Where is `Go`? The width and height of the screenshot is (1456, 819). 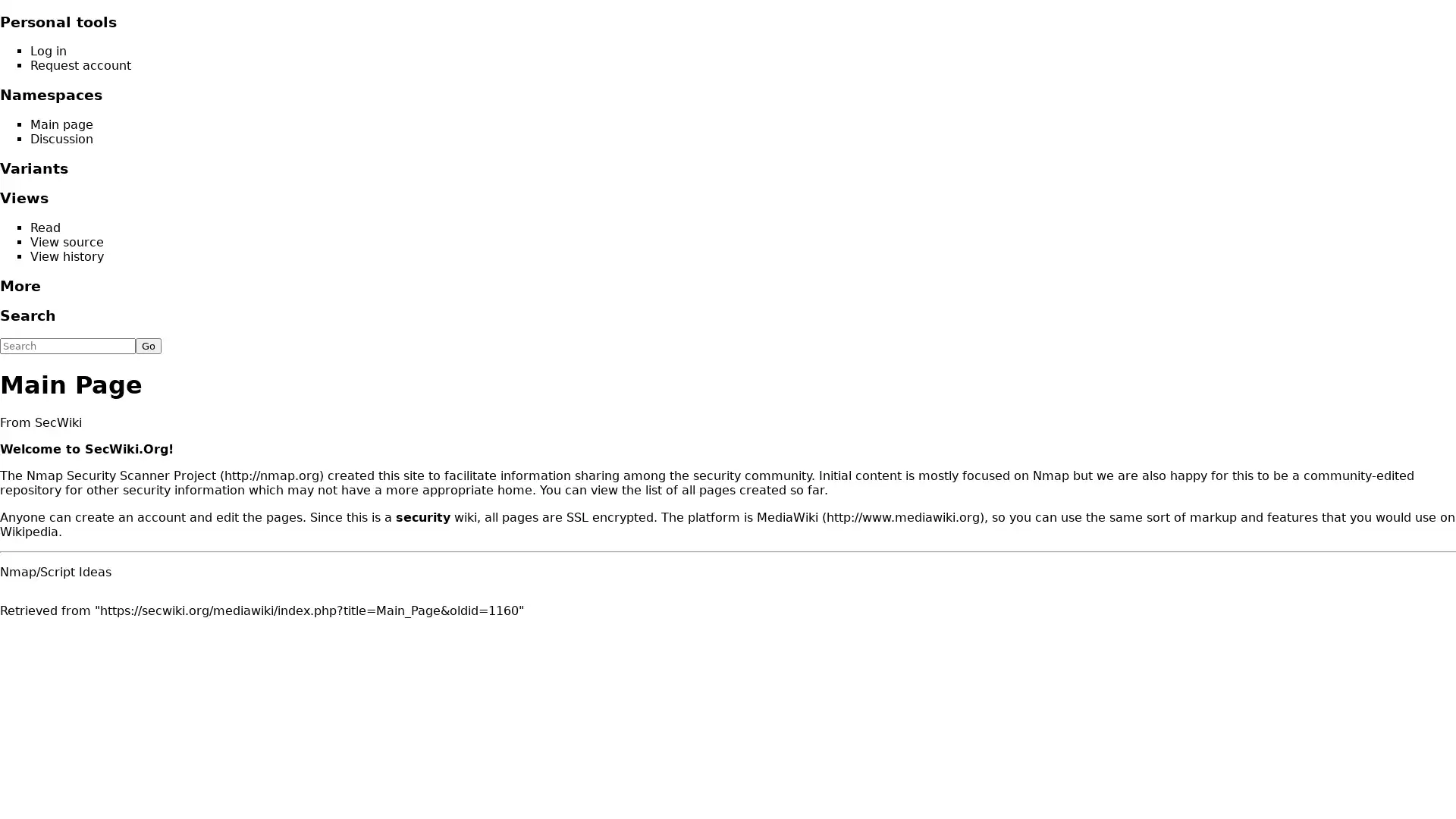 Go is located at coordinates (149, 346).